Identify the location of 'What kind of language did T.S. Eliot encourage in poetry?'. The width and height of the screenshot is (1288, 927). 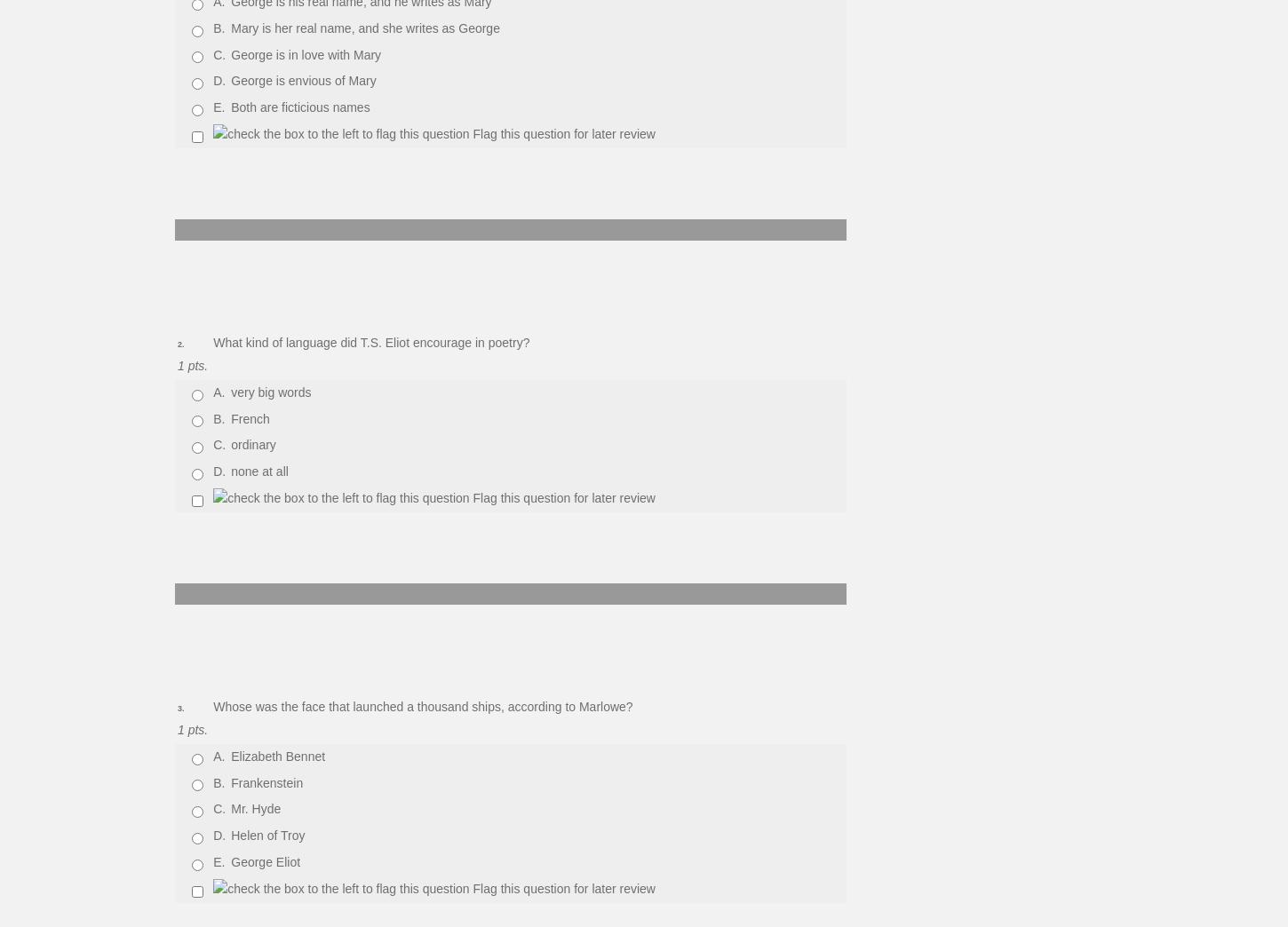
(370, 342).